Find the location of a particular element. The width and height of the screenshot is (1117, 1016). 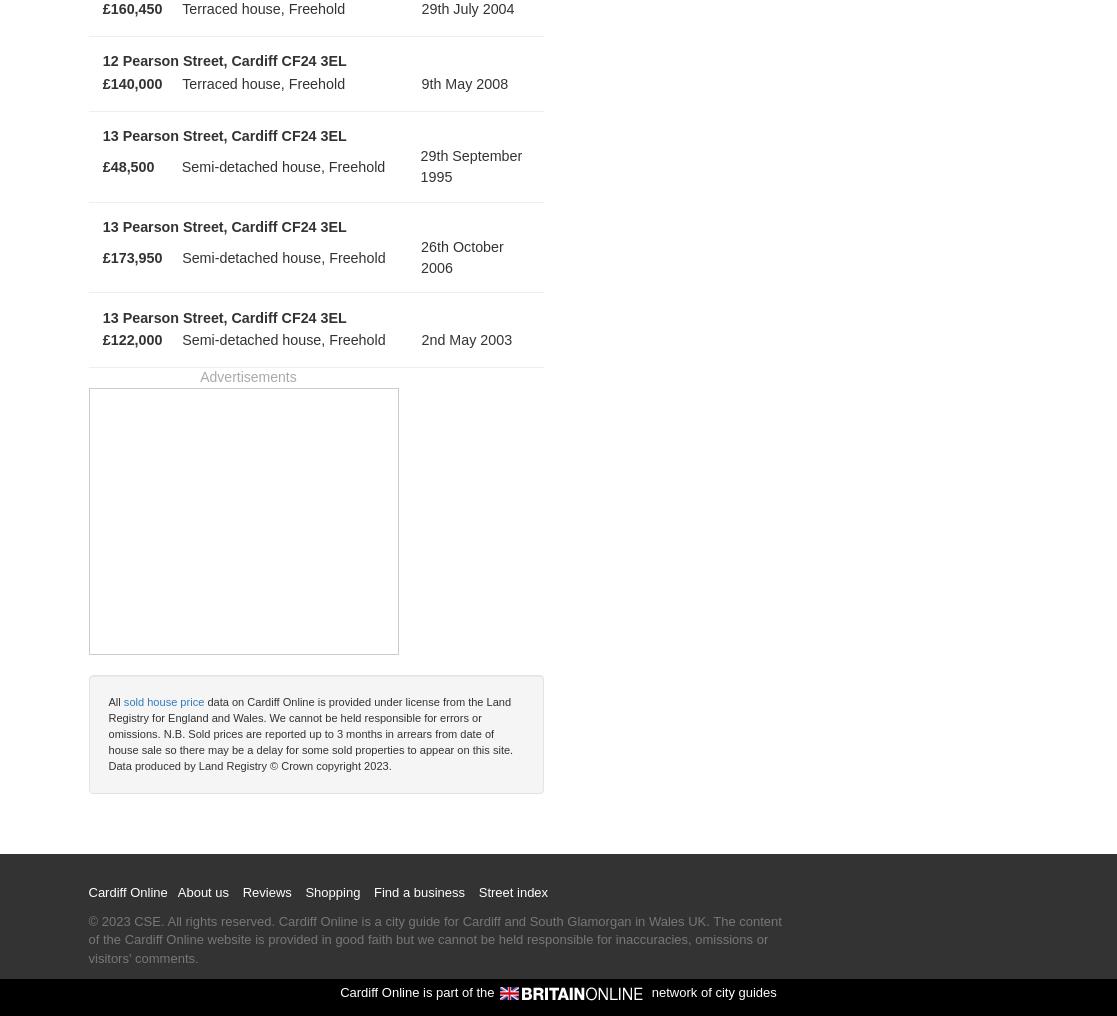

'sold house price' is located at coordinates (163, 701).